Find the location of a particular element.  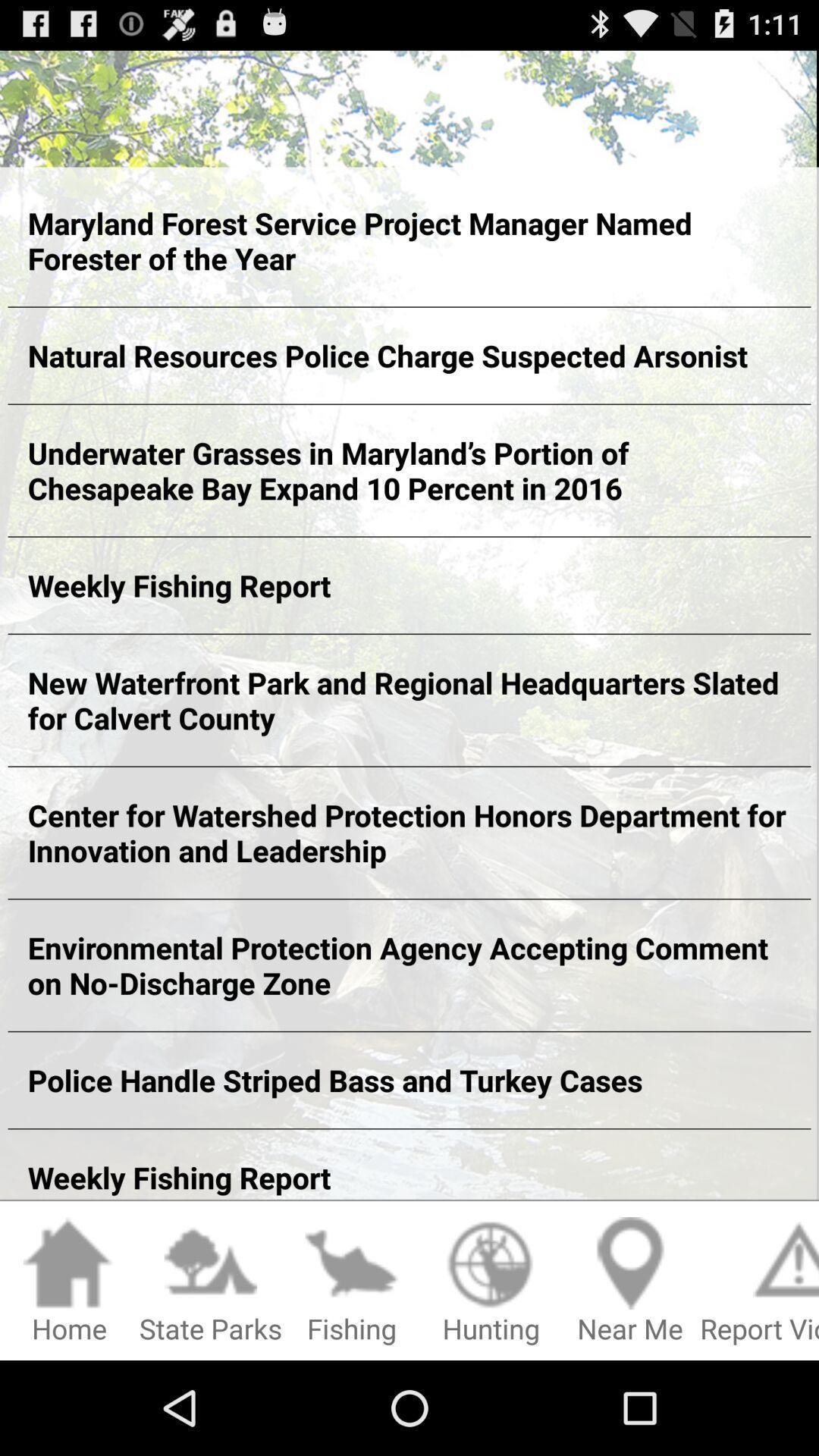

the app below the weekly fishing report item is located at coordinates (69, 1281).